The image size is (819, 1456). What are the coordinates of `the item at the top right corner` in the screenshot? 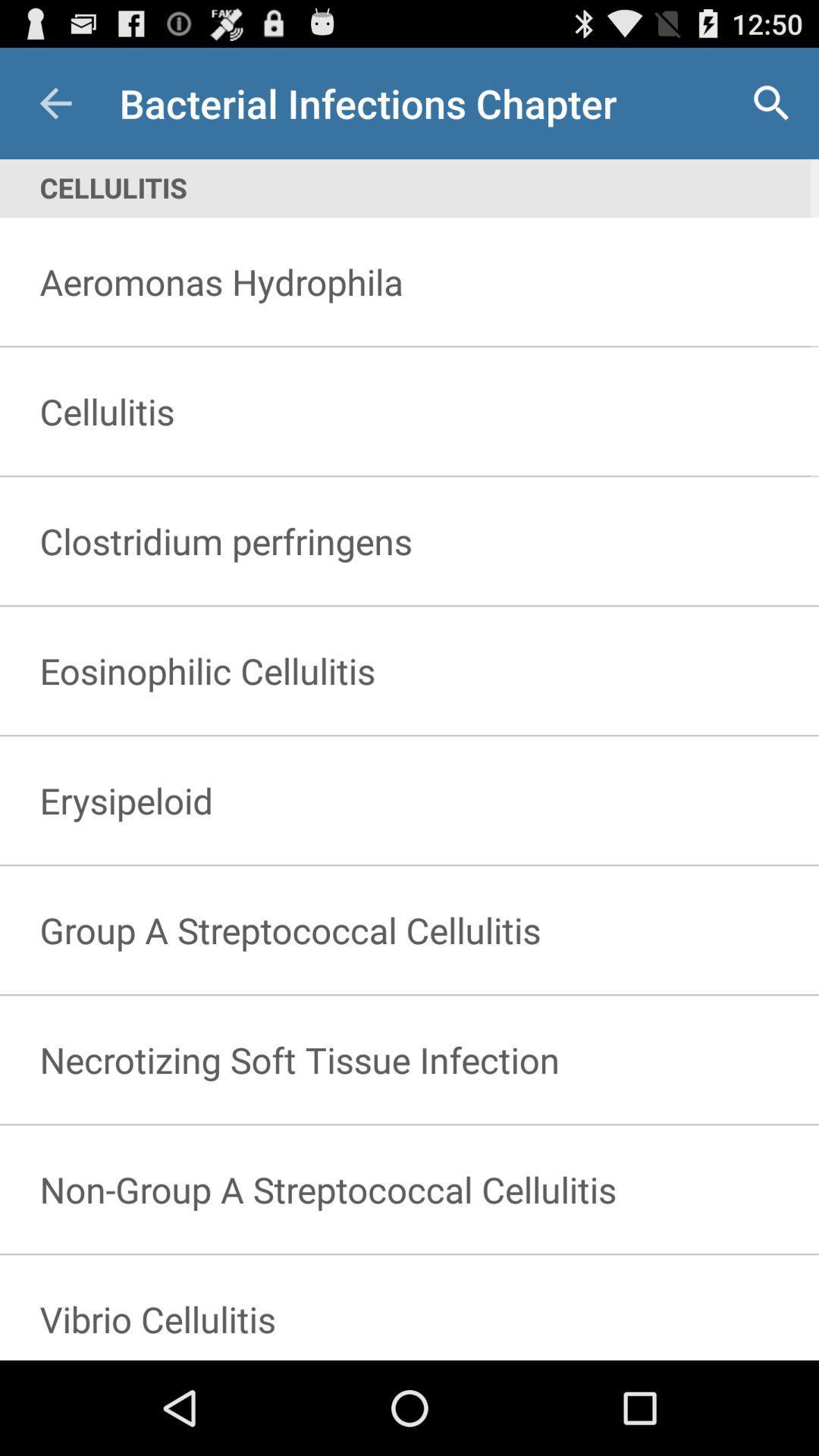 It's located at (771, 102).